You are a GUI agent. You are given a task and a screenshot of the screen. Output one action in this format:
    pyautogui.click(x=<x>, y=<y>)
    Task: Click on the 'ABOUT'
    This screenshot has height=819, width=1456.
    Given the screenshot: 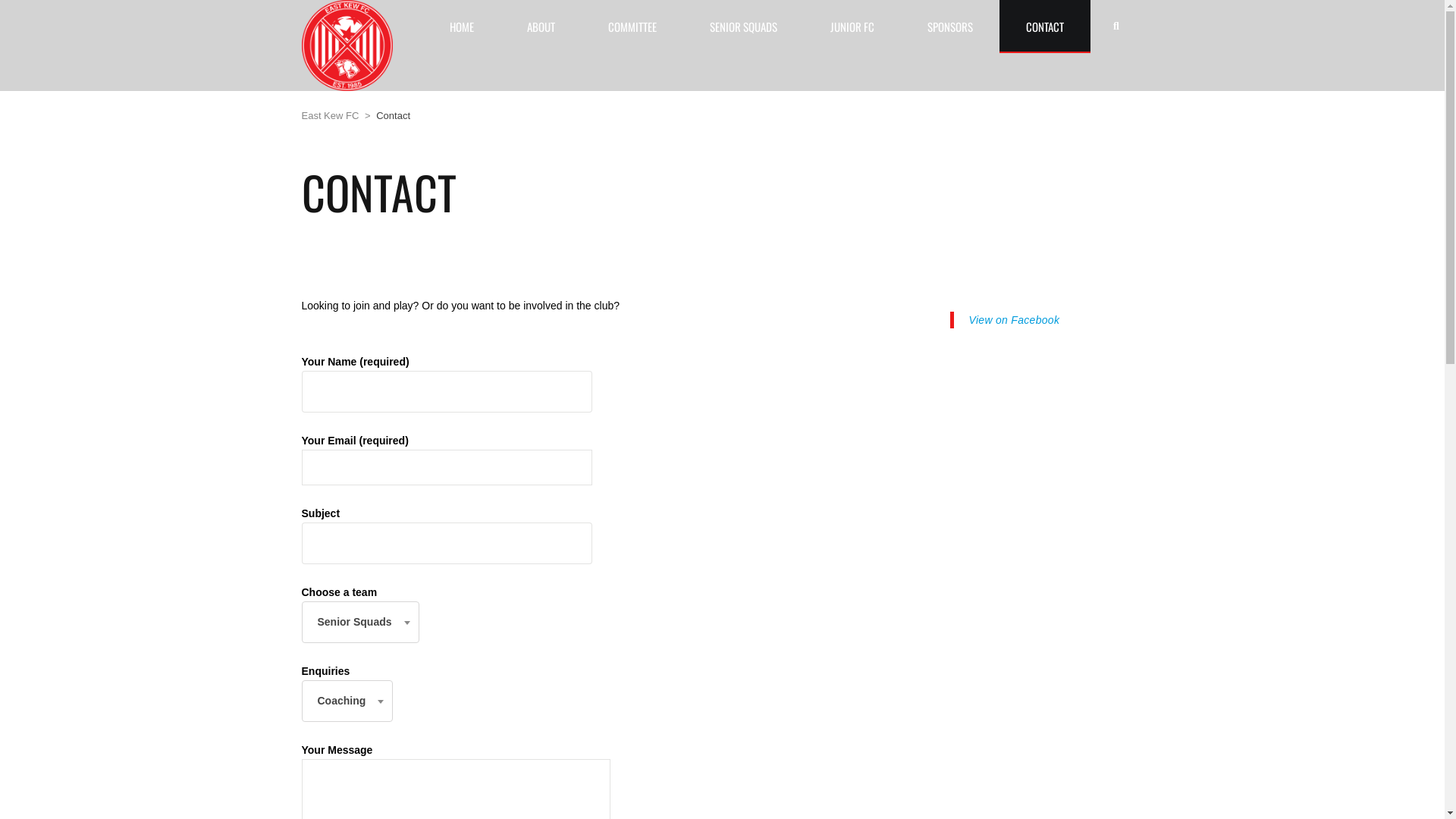 What is the action you would take?
    pyautogui.click(x=500, y=26)
    